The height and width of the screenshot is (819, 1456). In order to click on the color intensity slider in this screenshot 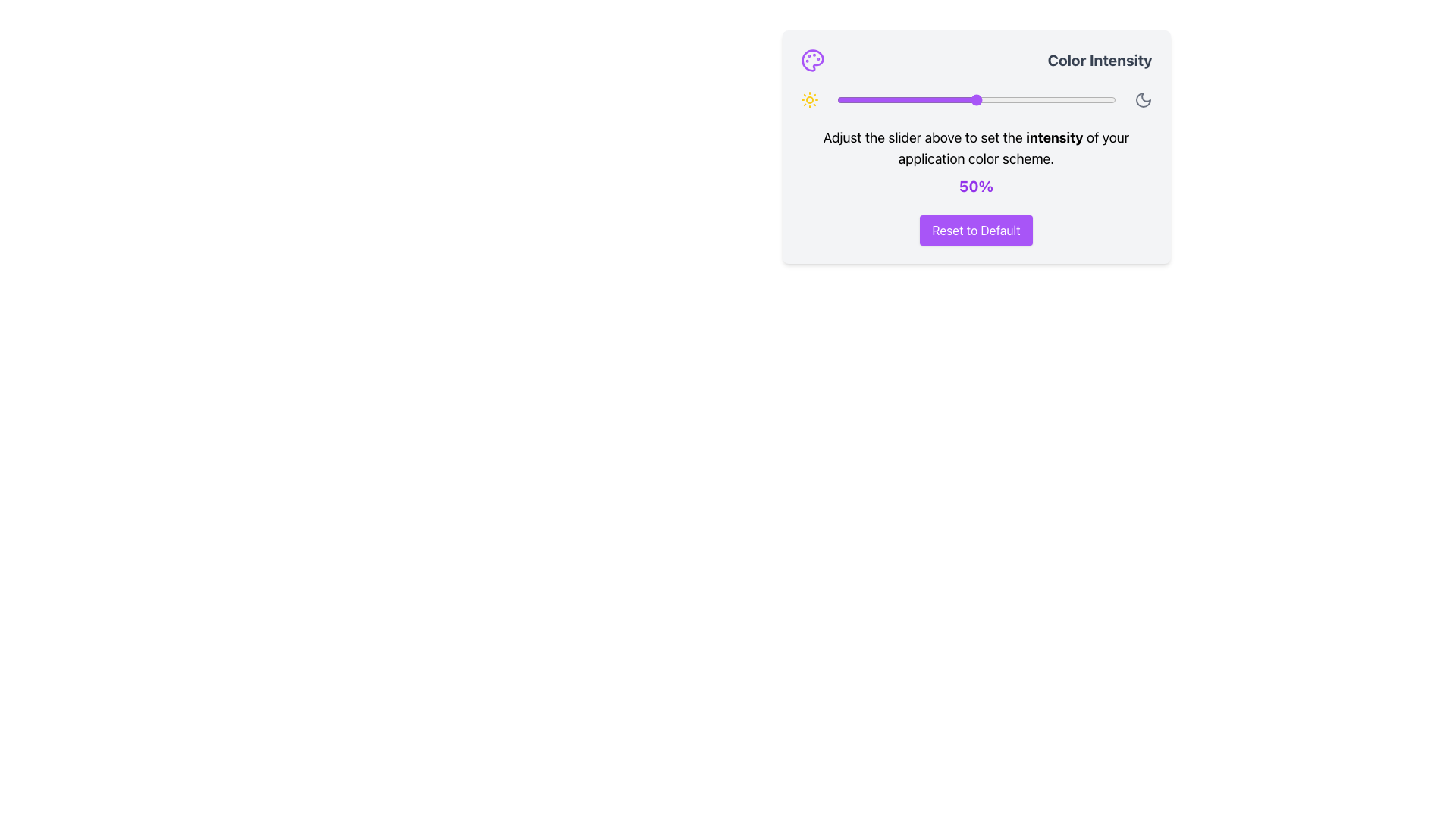, I will do `click(955, 99)`.